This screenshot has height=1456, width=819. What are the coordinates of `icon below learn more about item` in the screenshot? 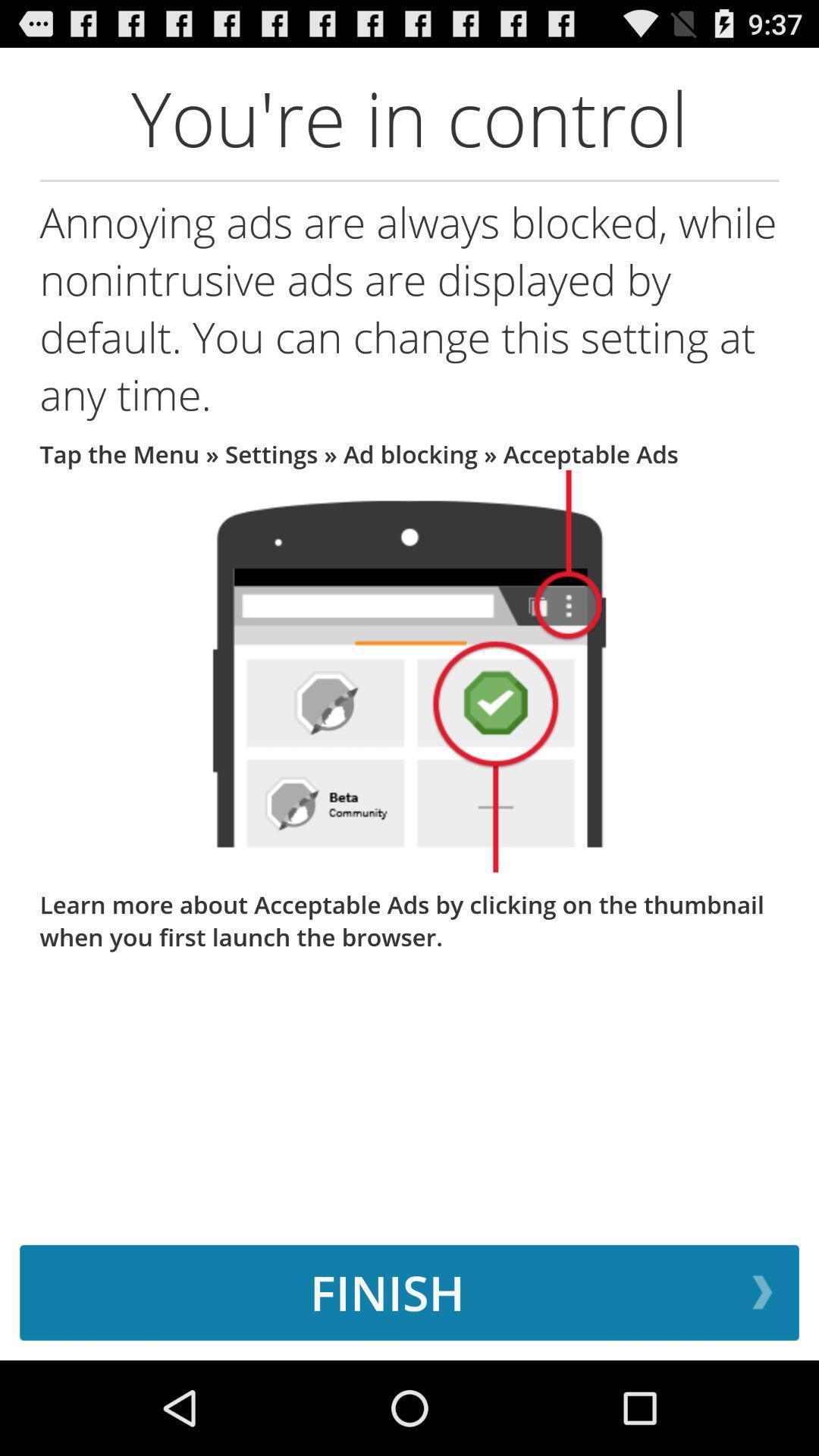 It's located at (409, 1291).